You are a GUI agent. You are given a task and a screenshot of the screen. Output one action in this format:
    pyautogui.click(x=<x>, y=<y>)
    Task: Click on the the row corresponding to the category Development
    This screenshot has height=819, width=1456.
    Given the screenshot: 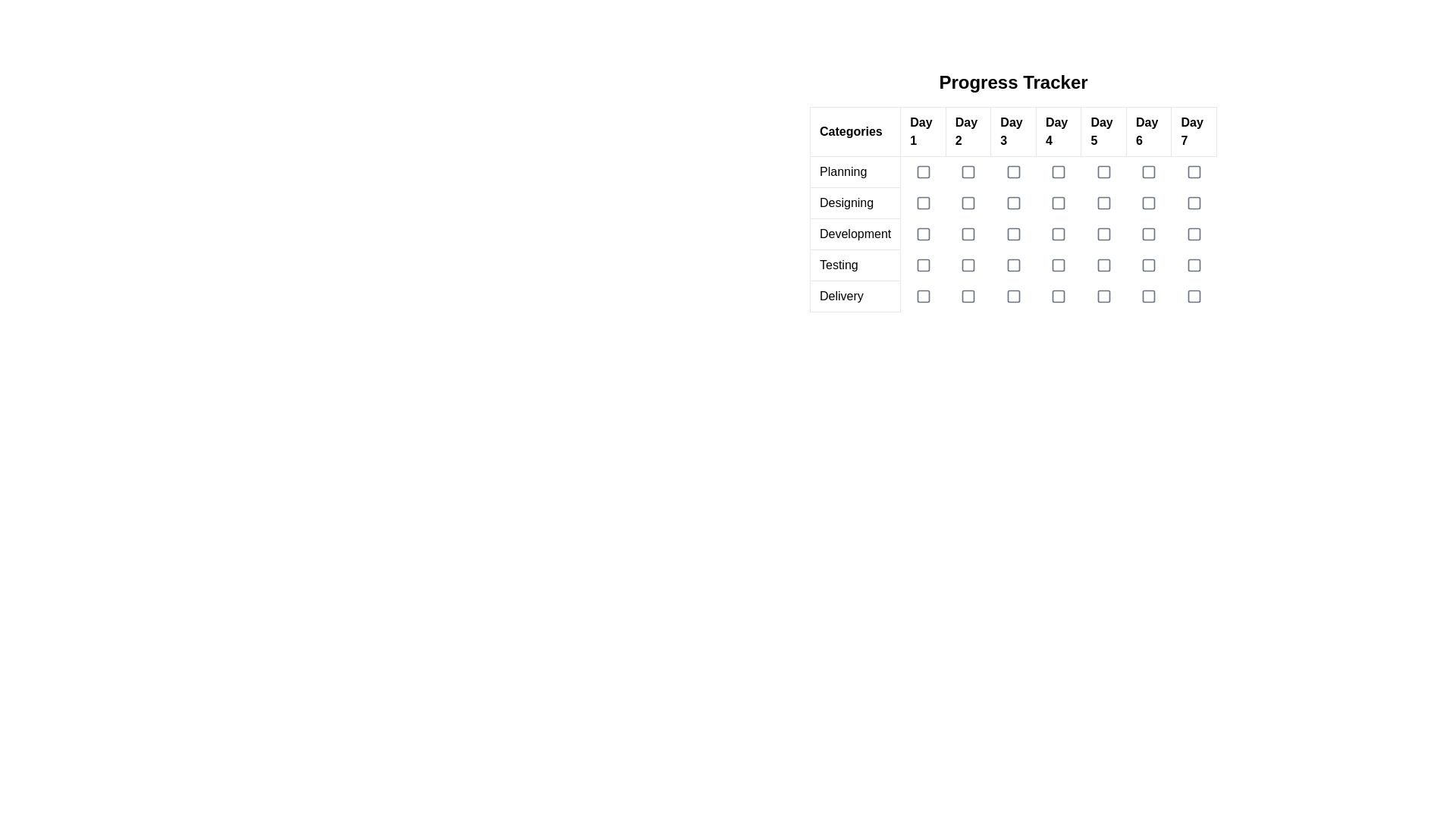 What is the action you would take?
    pyautogui.click(x=1013, y=234)
    